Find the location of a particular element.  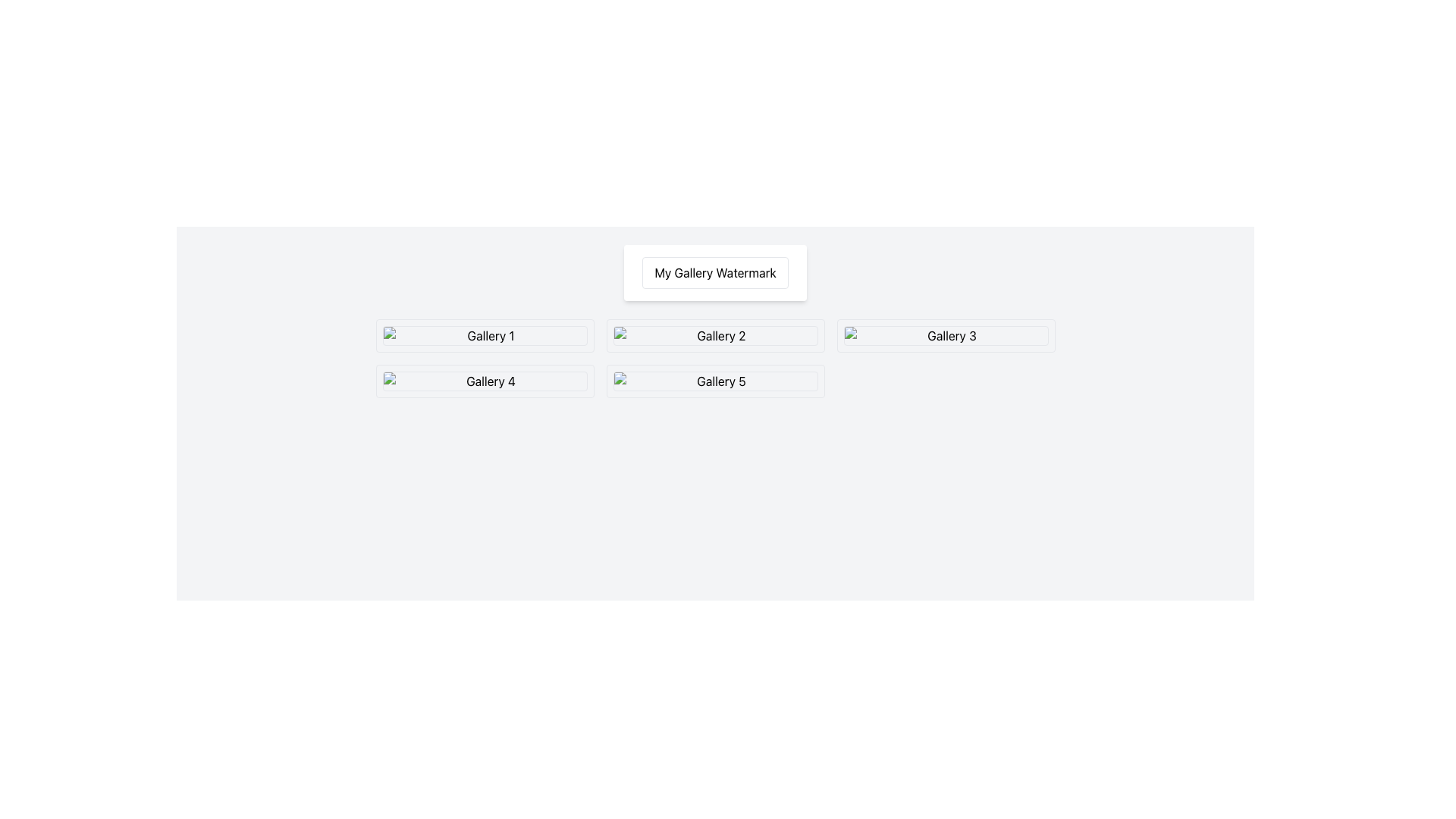

the Gallery 4 card in the grid layout is located at coordinates (484, 380).